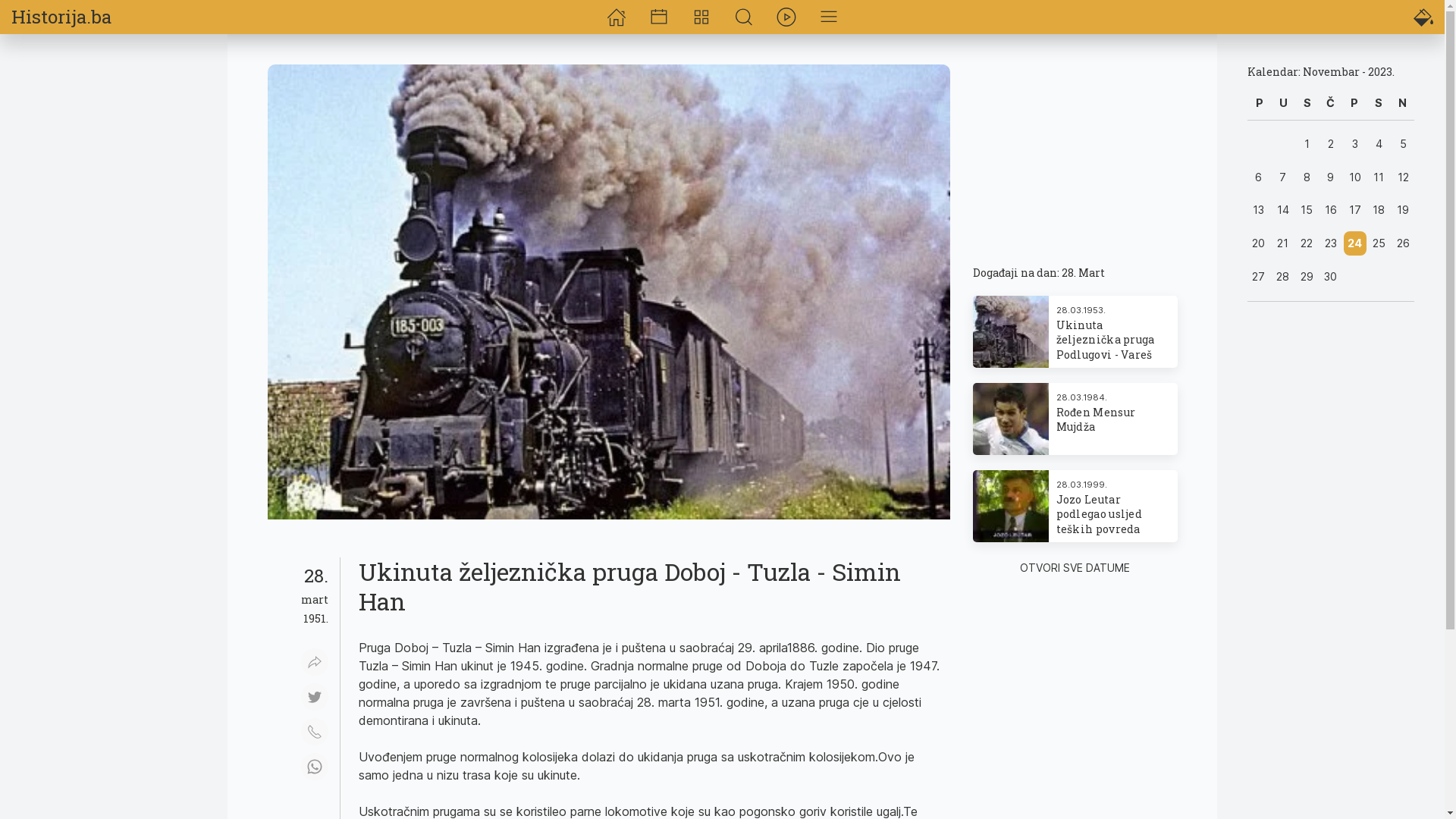 Image resolution: width=1456 pixels, height=819 pixels. I want to click on '11', so click(1368, 177).